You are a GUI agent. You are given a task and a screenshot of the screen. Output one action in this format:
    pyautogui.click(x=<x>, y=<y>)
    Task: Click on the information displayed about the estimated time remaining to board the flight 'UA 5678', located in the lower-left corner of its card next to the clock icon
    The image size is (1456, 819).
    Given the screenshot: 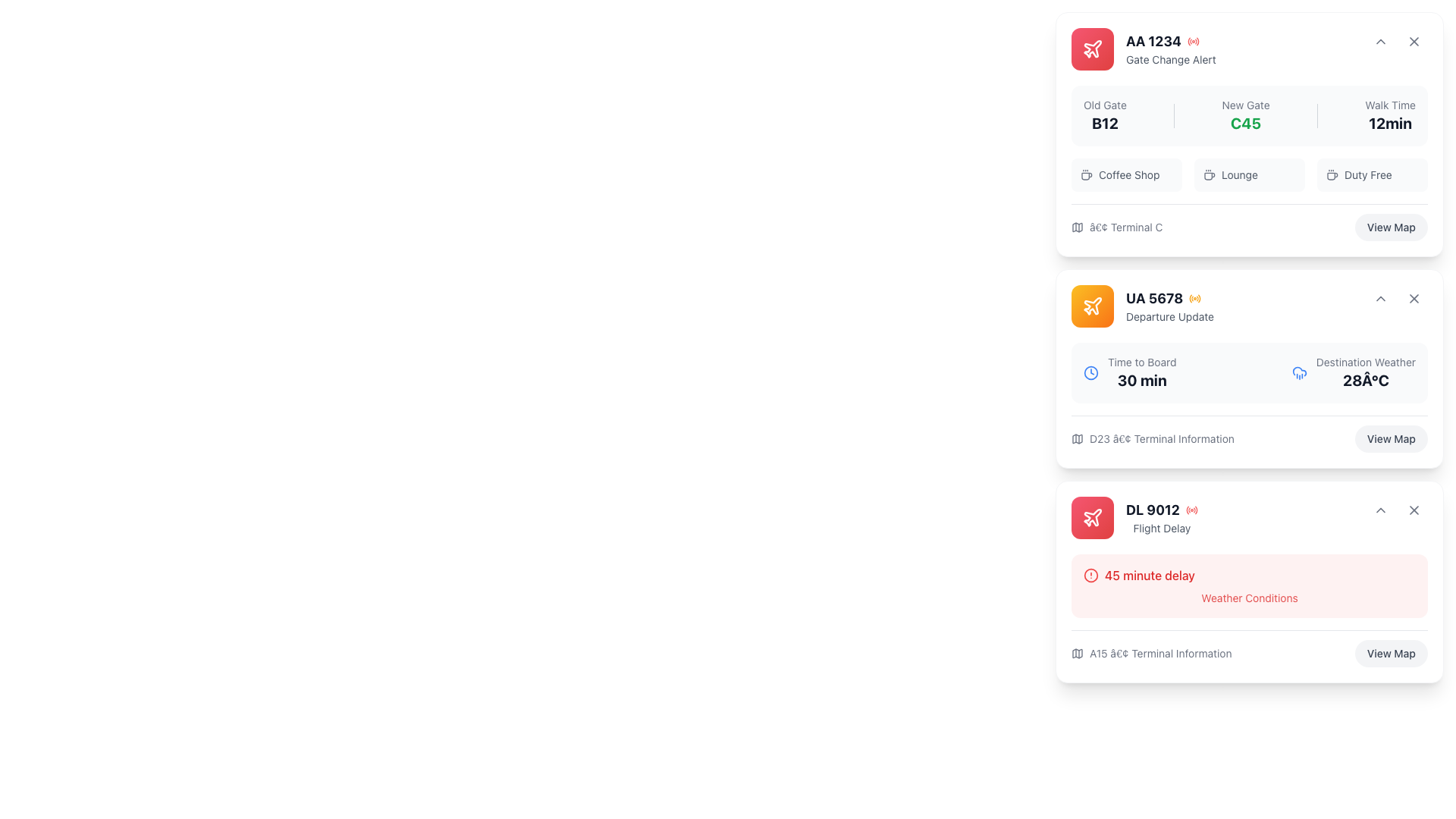 What is the action you would take?
    pyautogui.click(x=1142, y=373)
    